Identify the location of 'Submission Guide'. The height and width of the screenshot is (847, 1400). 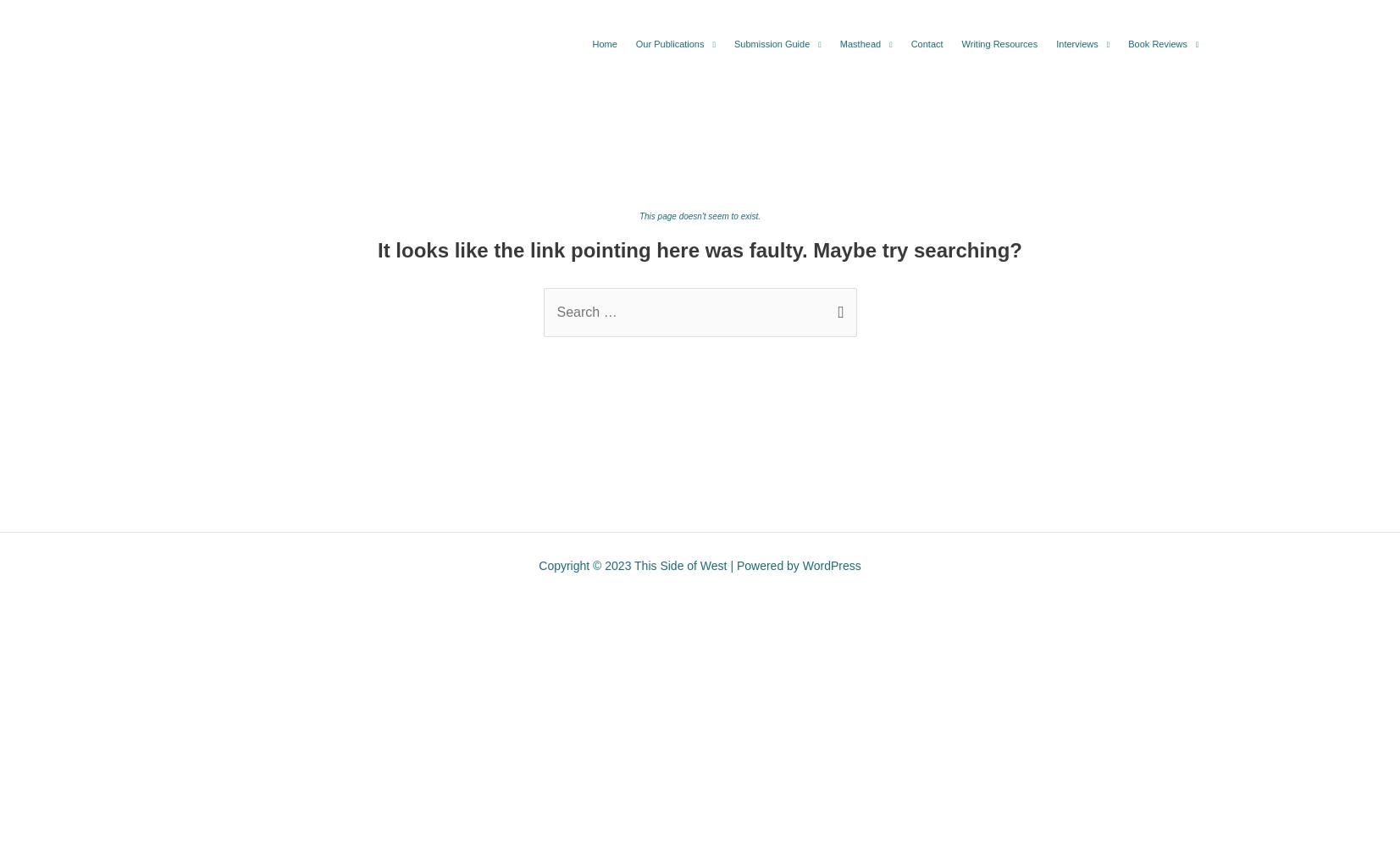
(772, 44).